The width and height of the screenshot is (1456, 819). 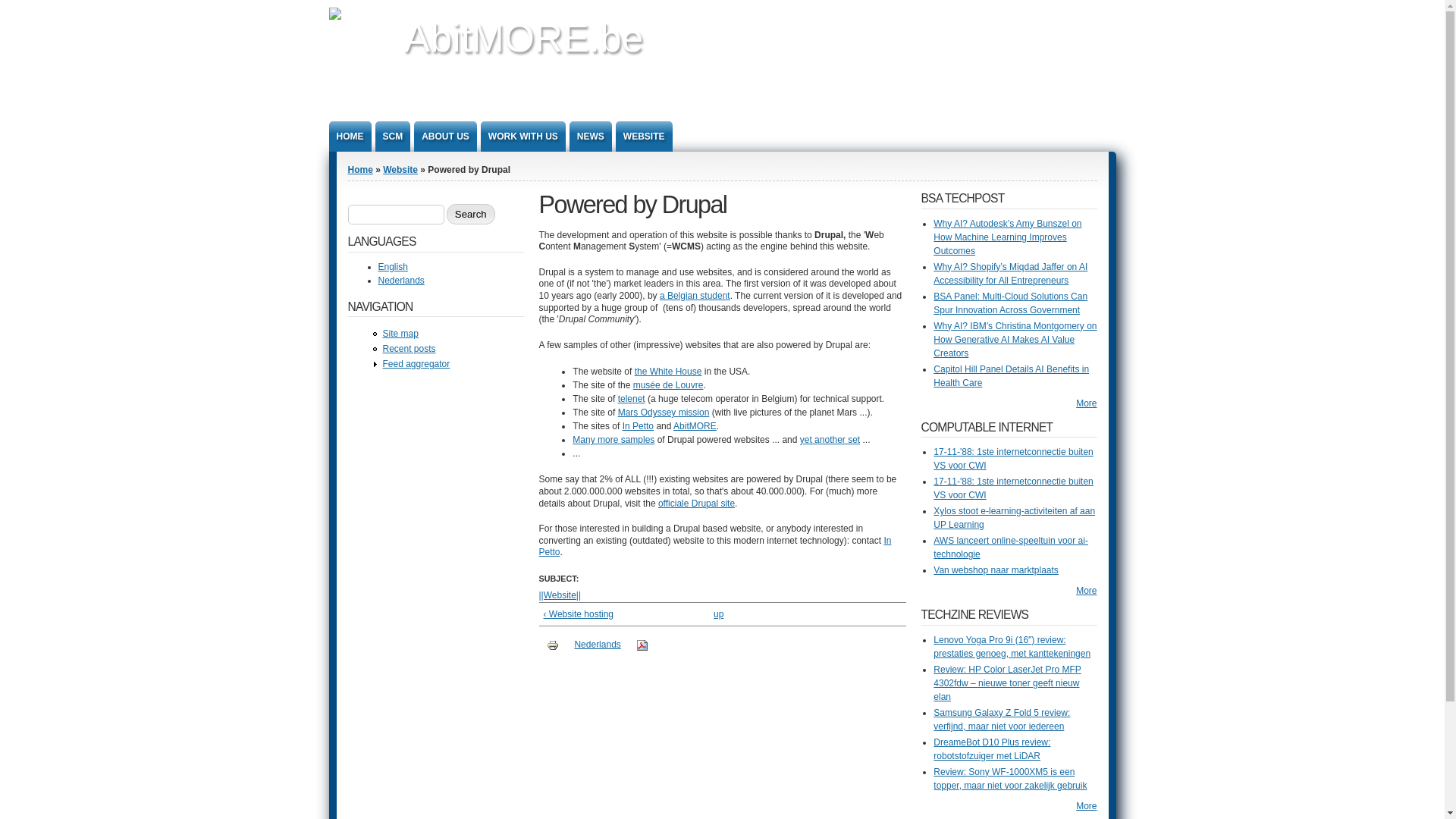 What do you see at coordinates (359, 169) in the screenshot?
I see `'Home'` at bounding box center [359, 169].